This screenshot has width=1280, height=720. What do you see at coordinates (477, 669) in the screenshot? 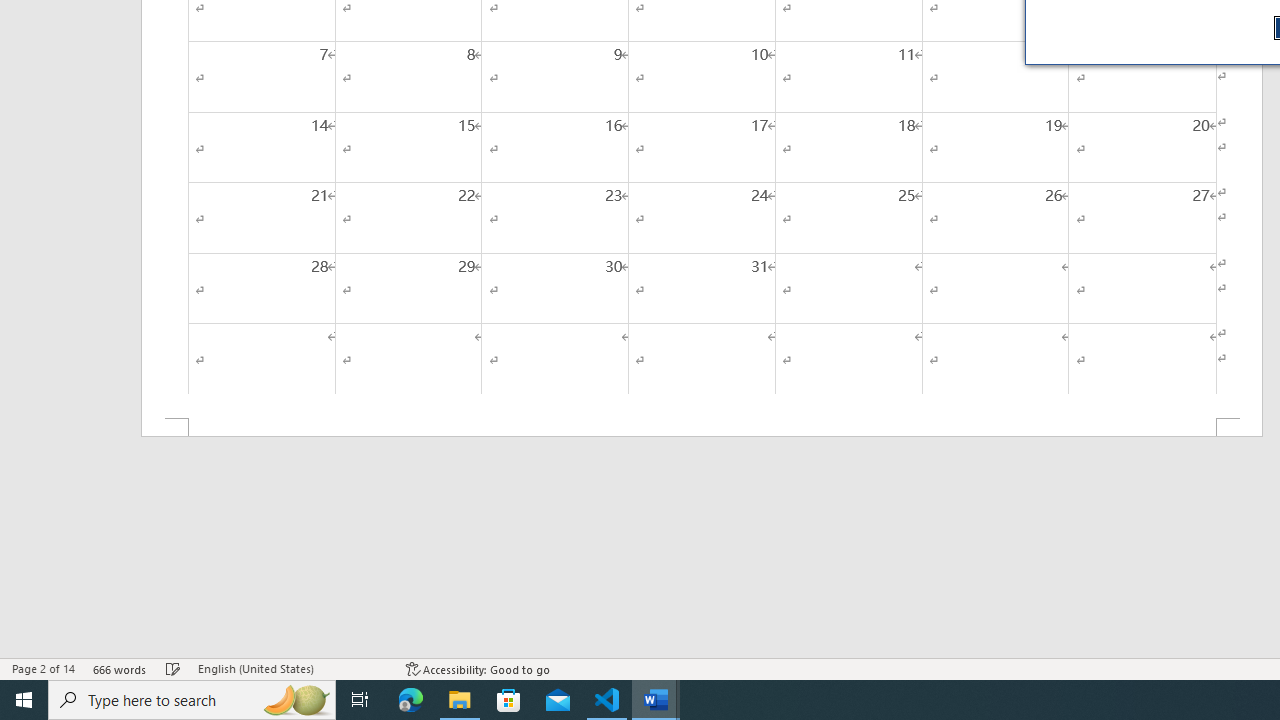
I see `'Accessibility Checker Accessibility: Good to go'` at bounding box center [477, 669].